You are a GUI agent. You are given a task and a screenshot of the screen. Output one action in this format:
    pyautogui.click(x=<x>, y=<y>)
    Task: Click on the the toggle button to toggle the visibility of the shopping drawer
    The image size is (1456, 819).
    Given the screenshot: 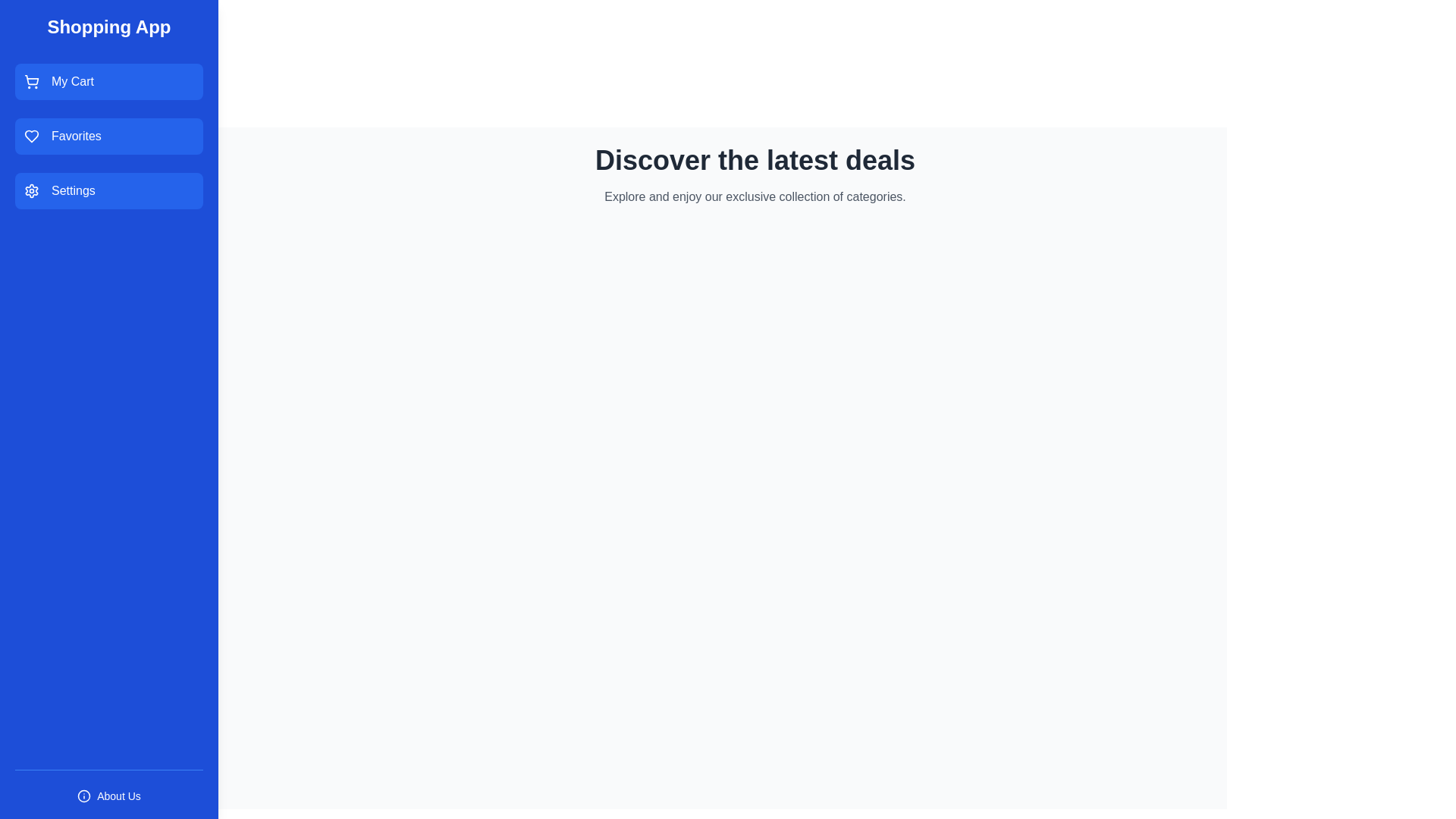 What is the action you would take?
    pyautogui.click(x=91, y=161)
    